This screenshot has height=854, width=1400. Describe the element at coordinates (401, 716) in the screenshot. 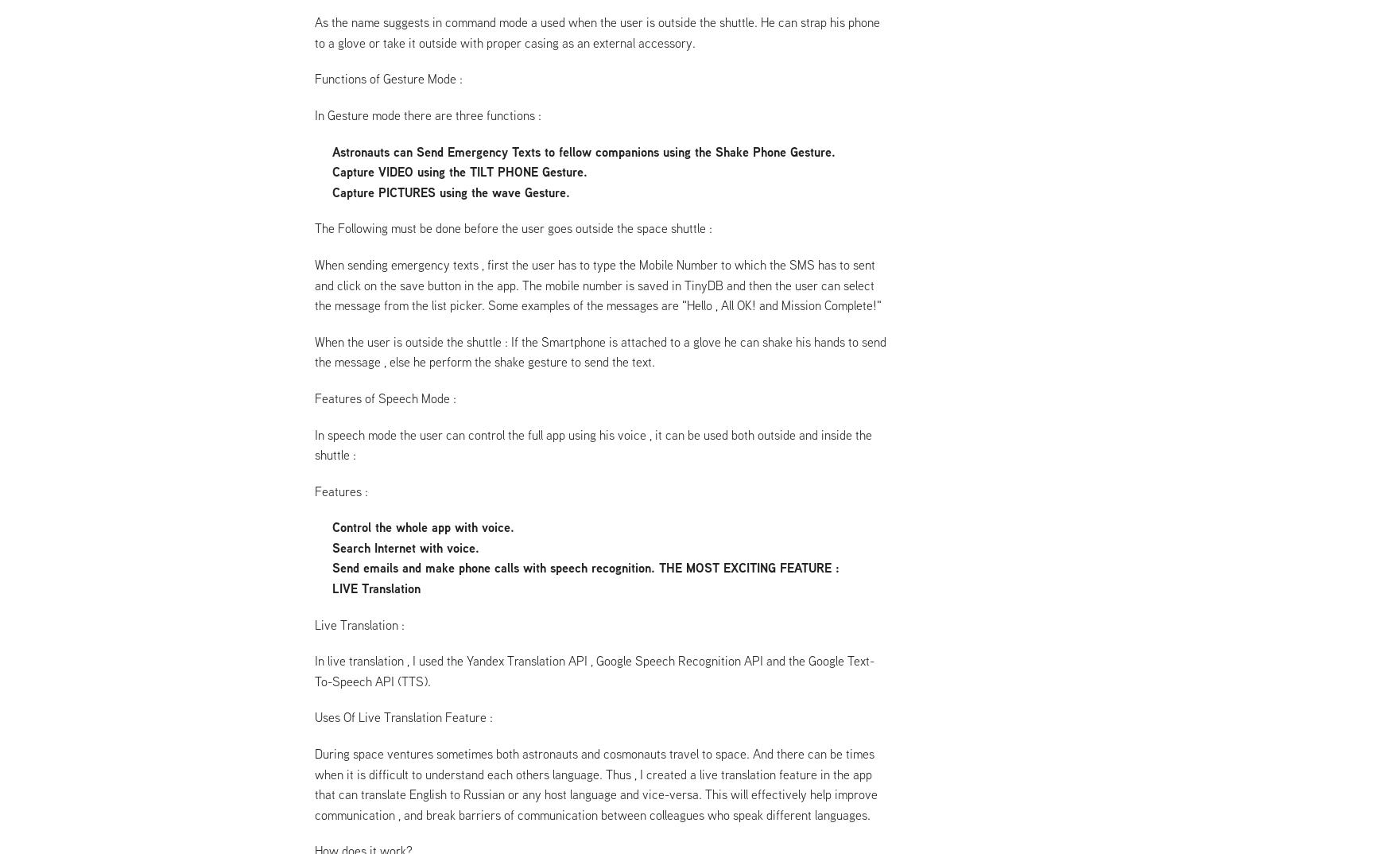

I see `'Uses Of Live Translation Feature :'` at that location.